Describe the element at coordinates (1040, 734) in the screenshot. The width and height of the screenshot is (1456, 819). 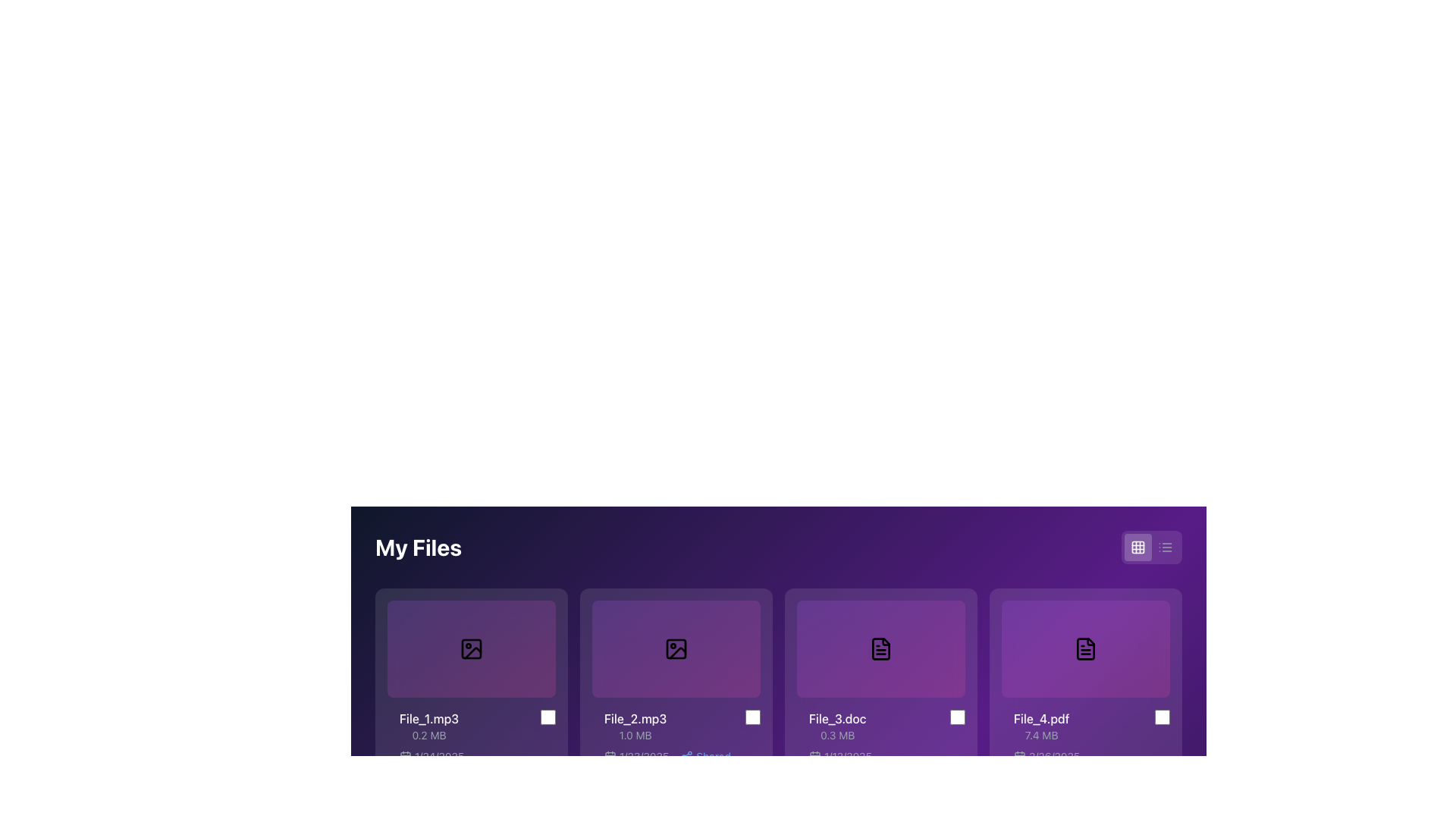
I see `text value displayed in the Text label indicating the file size for the file 'File_4.pdf', which is located beneath the file name within the card labeled 'File_4.pdf'` at that location.